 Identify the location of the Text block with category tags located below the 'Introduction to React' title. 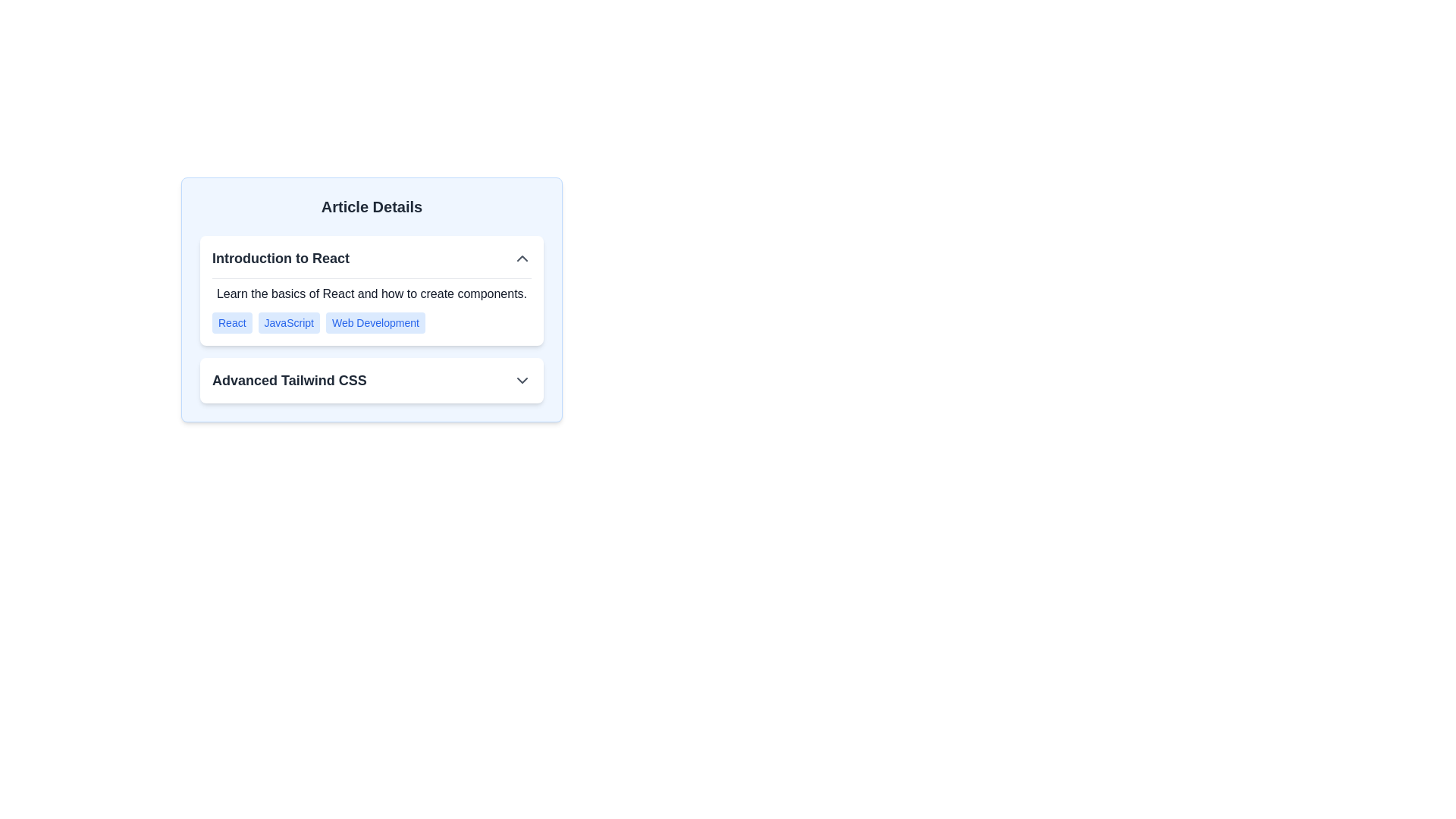
(372, 306).